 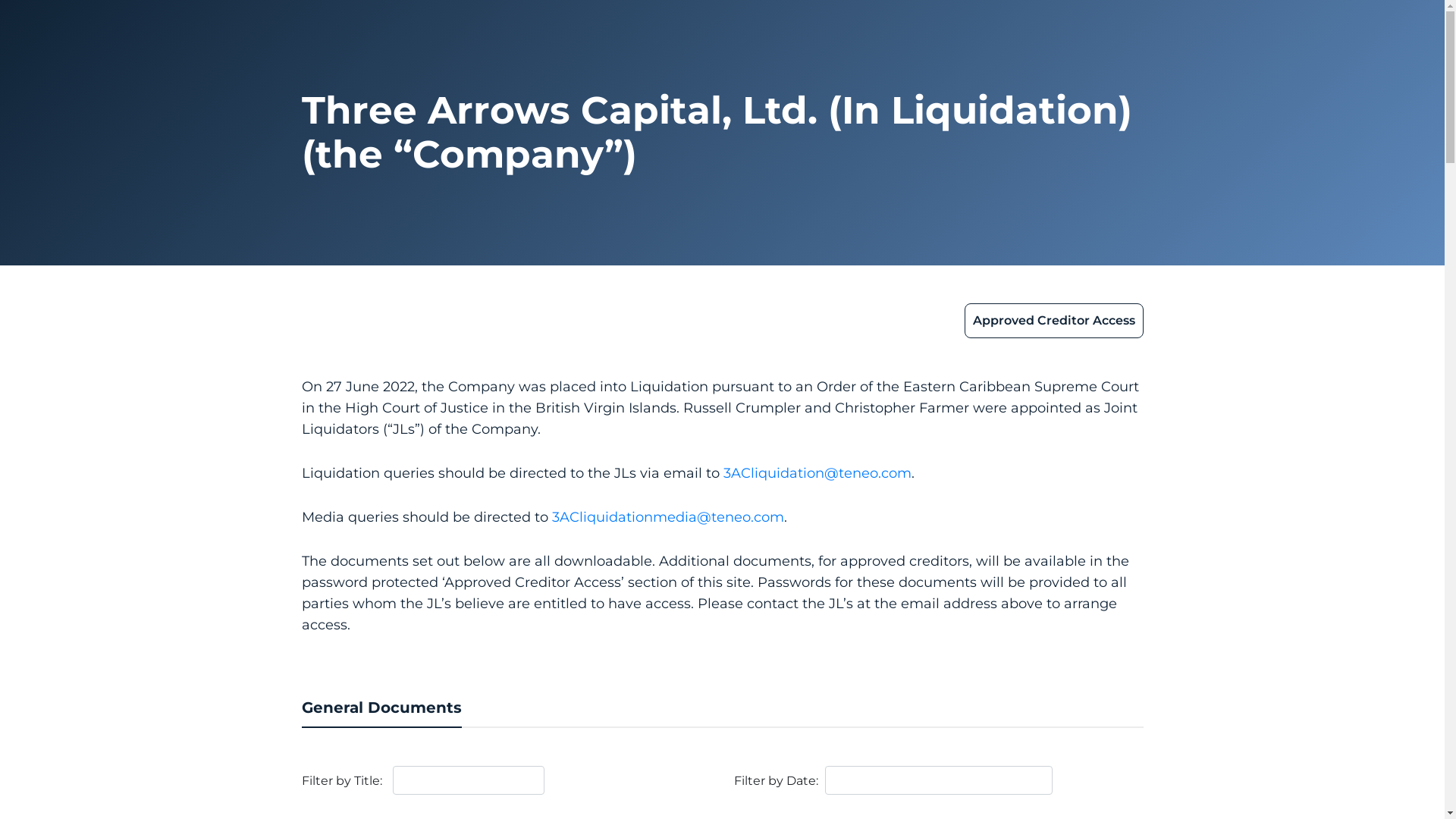 What do you see at coordinates (1053, 320) in the screenshot?
I see `'Approved Creditor Access'` at bounding box center [1053, 320].